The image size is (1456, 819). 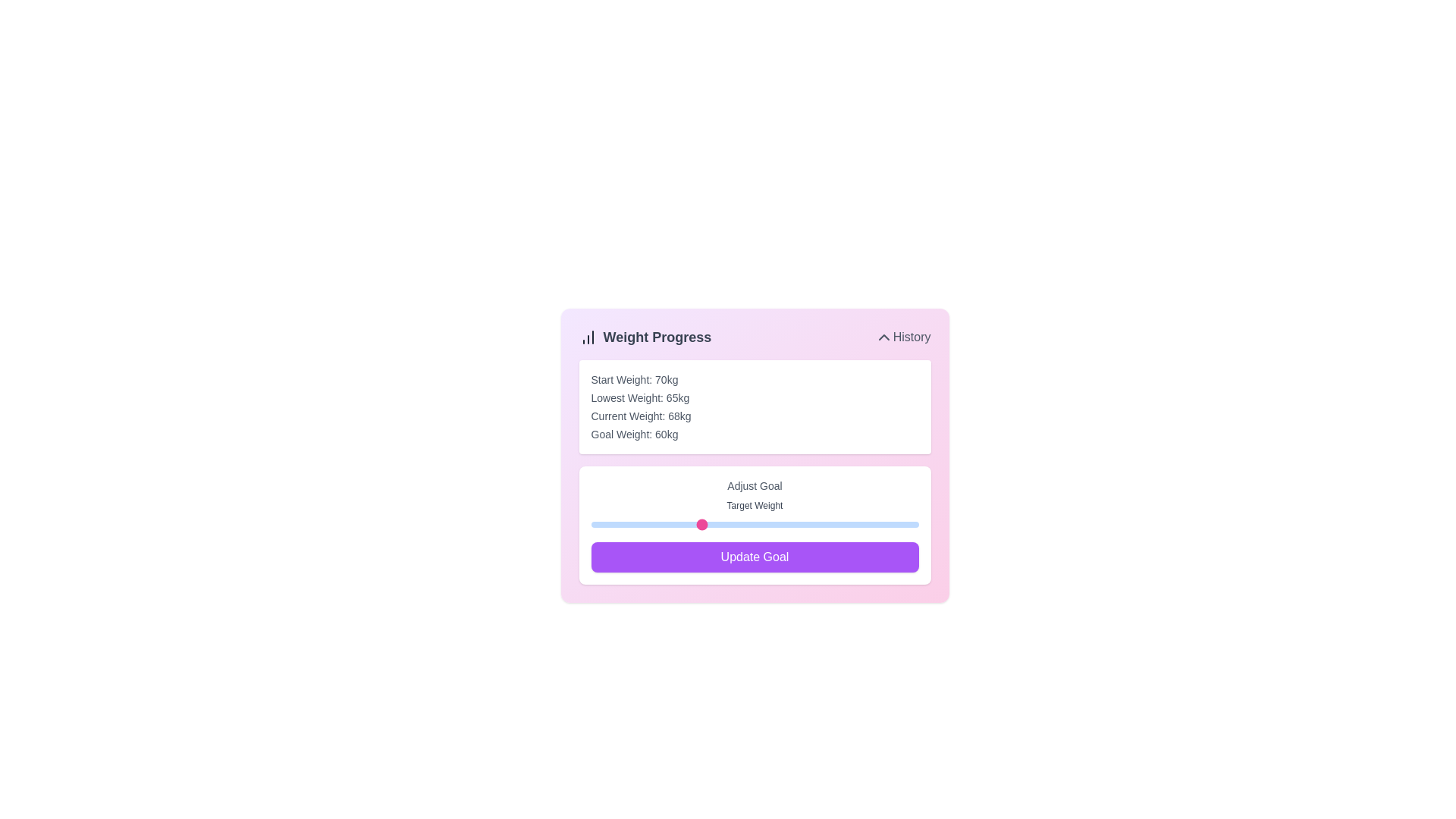 What do you see at coordinates (645, 523) in the screenshot?
I see `the goal weight slider to 55 kg` at bounding box center [645, 523].